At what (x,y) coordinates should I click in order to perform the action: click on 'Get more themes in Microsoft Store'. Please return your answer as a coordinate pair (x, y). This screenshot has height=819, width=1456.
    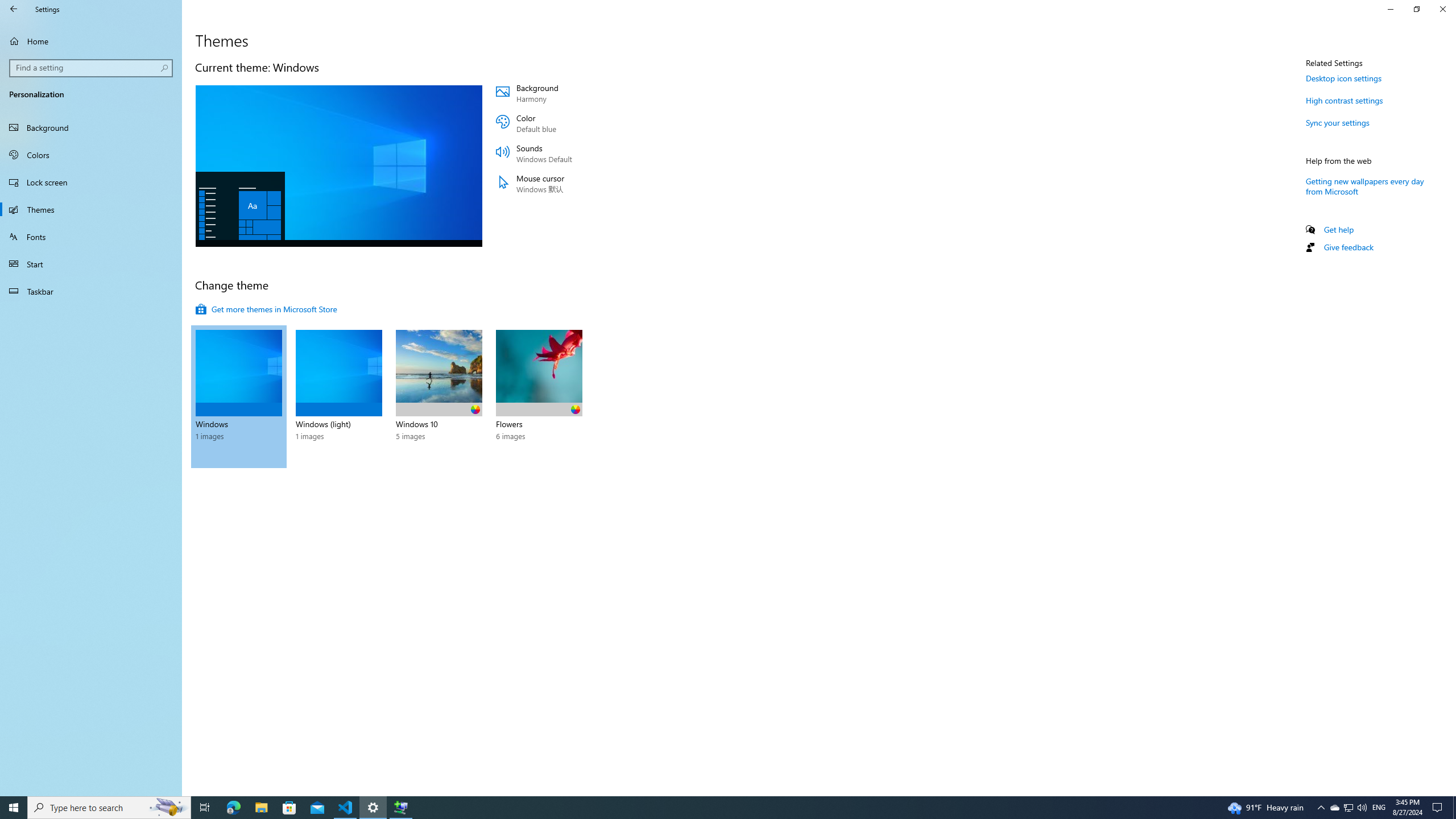
    Looking at the image, I should click on (266, 309).